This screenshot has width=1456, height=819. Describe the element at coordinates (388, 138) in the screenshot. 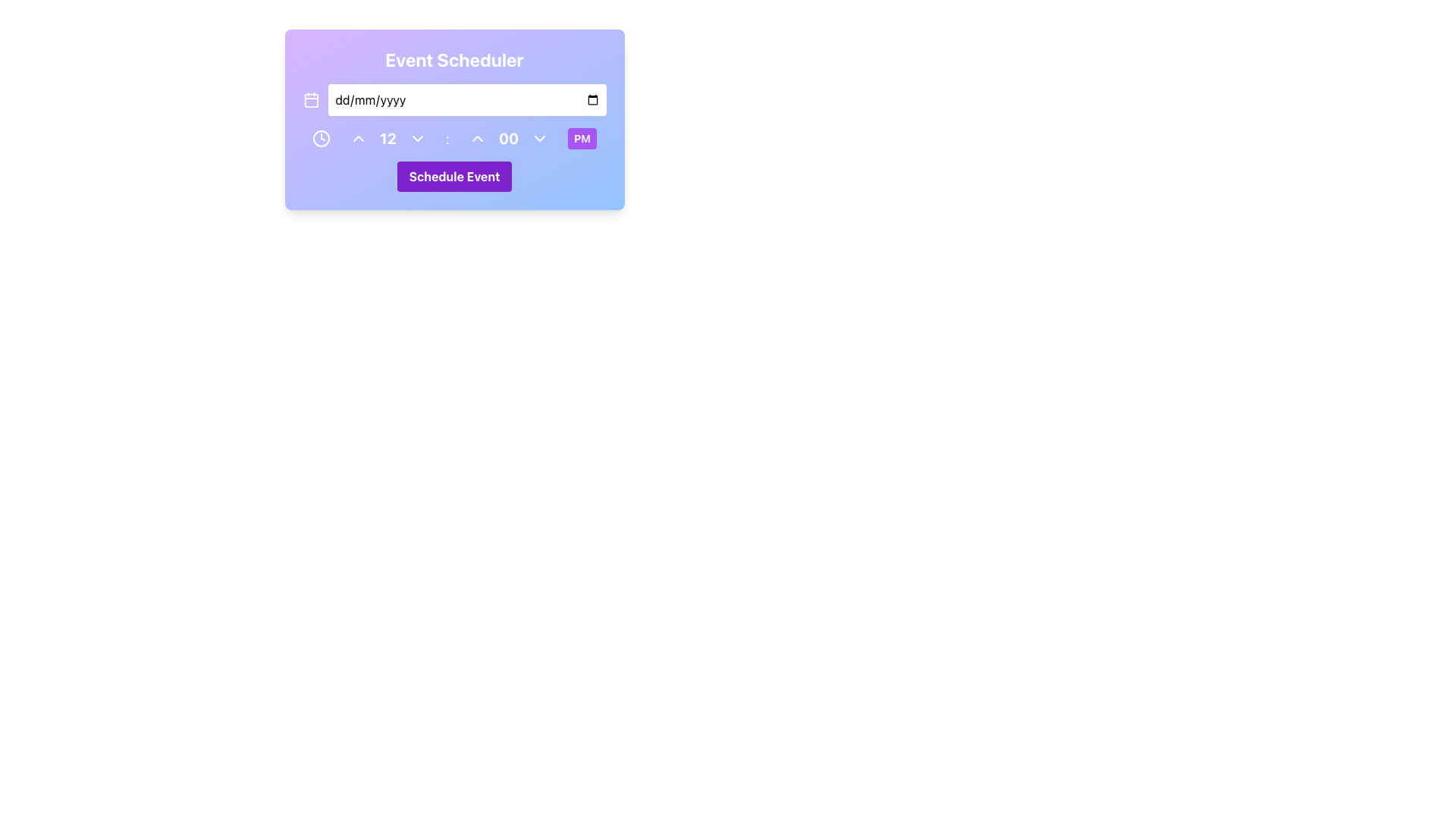

I see `the text label displaying the number '12' which is bold, white, and part of the time-setting controls, located between two arrow buttons` at that location.